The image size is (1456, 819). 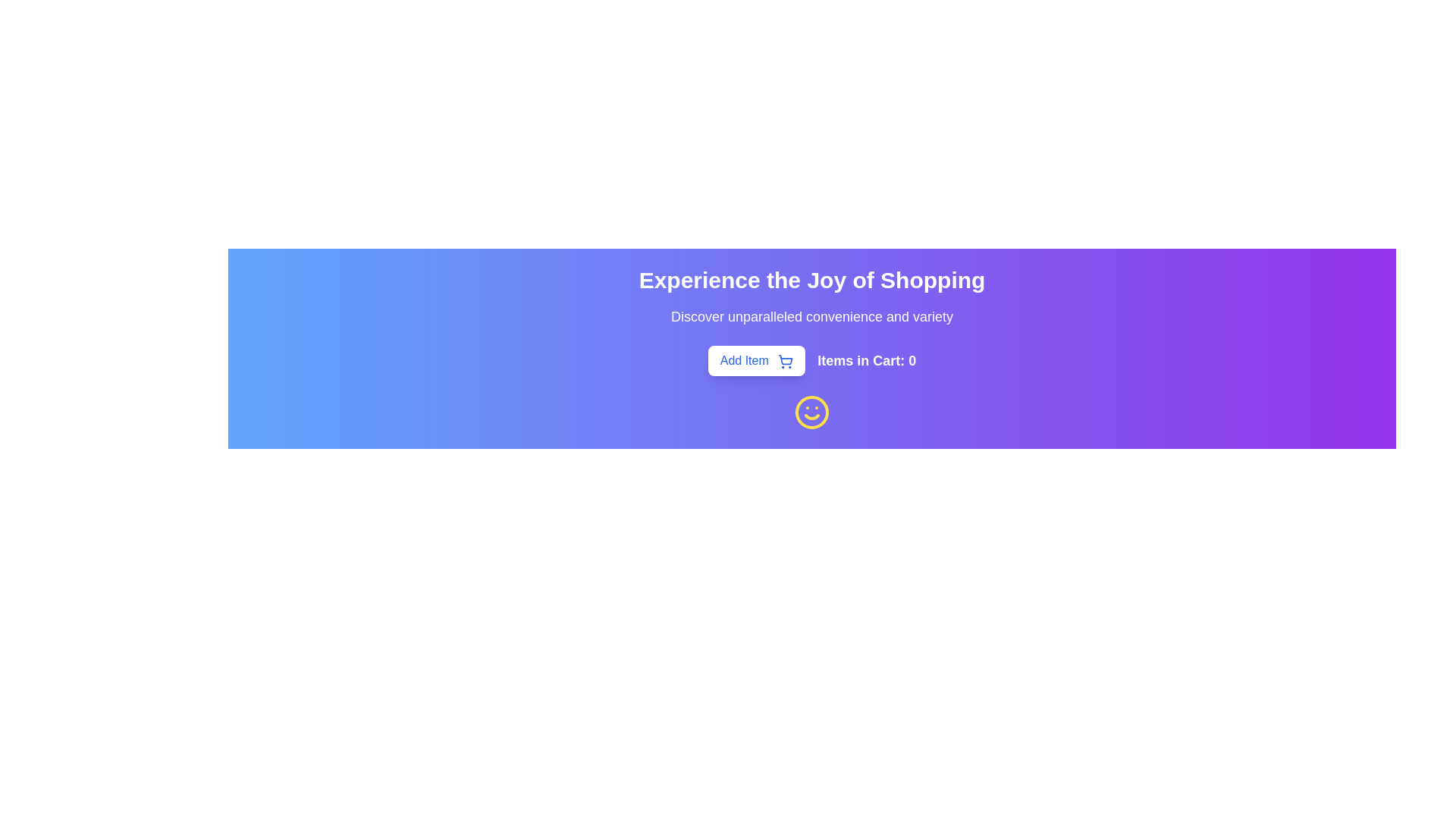 I want to click on the text displaying 'Discover unparalleled convenience and variety', which is located below the heading 'Experience the Joy of Shopping', so click(x=811, y=315).